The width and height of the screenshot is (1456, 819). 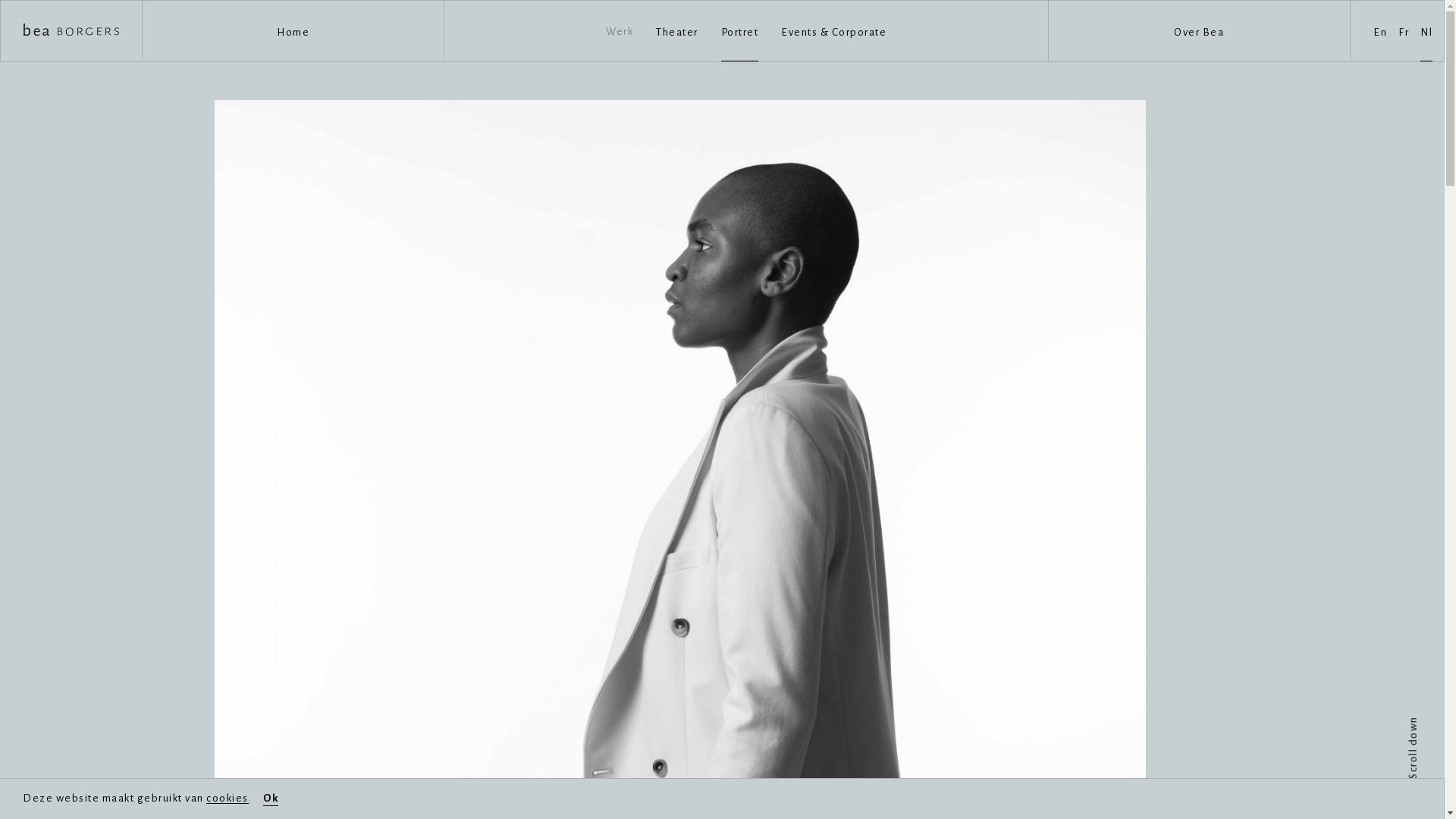 What do you see at coordinates (226, 797) in the screenshot?
I see `'cookies'` at bounding box center [226, 797].